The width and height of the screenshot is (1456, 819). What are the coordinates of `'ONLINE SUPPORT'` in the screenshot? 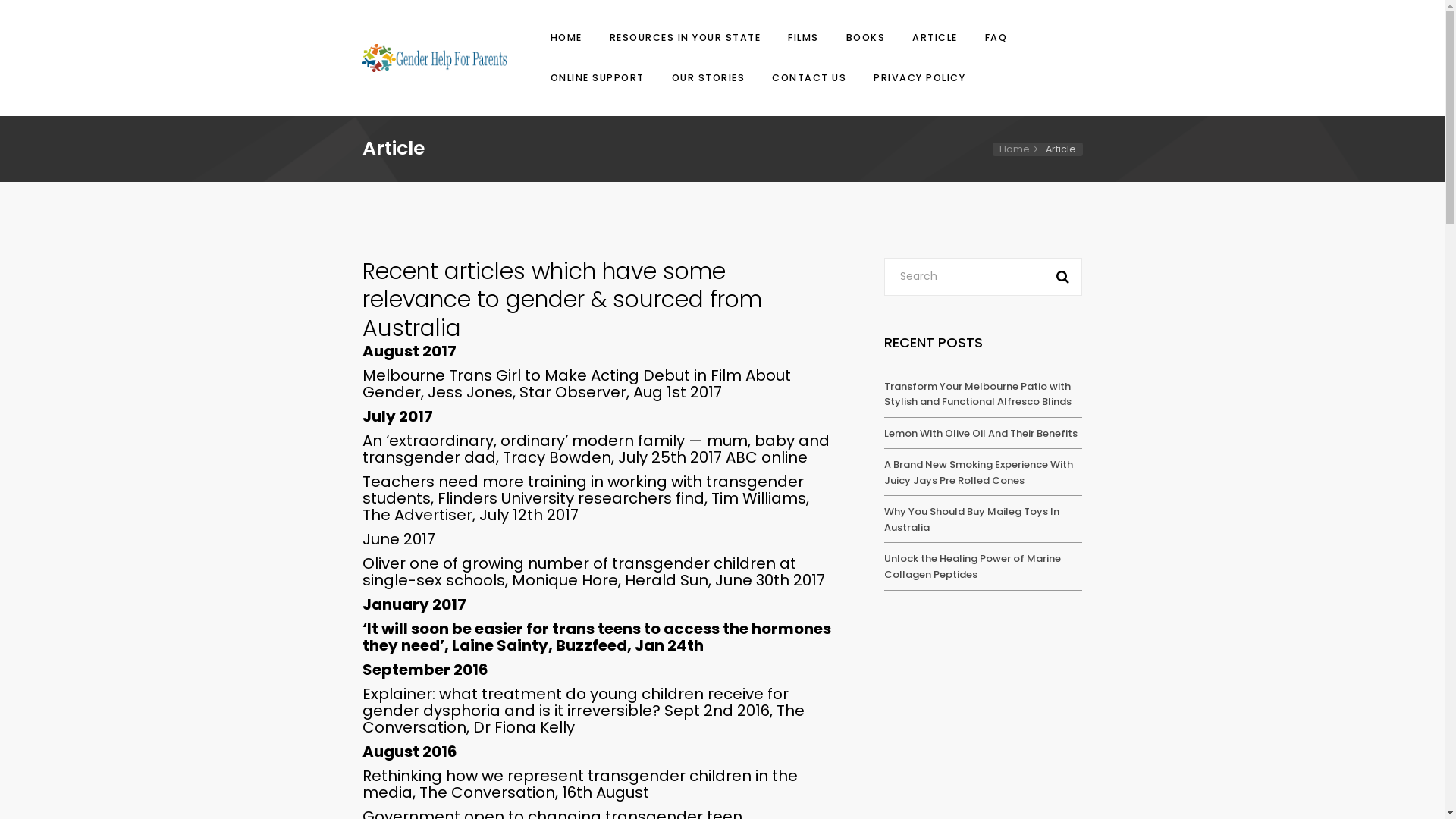 It's located at (596, 77).